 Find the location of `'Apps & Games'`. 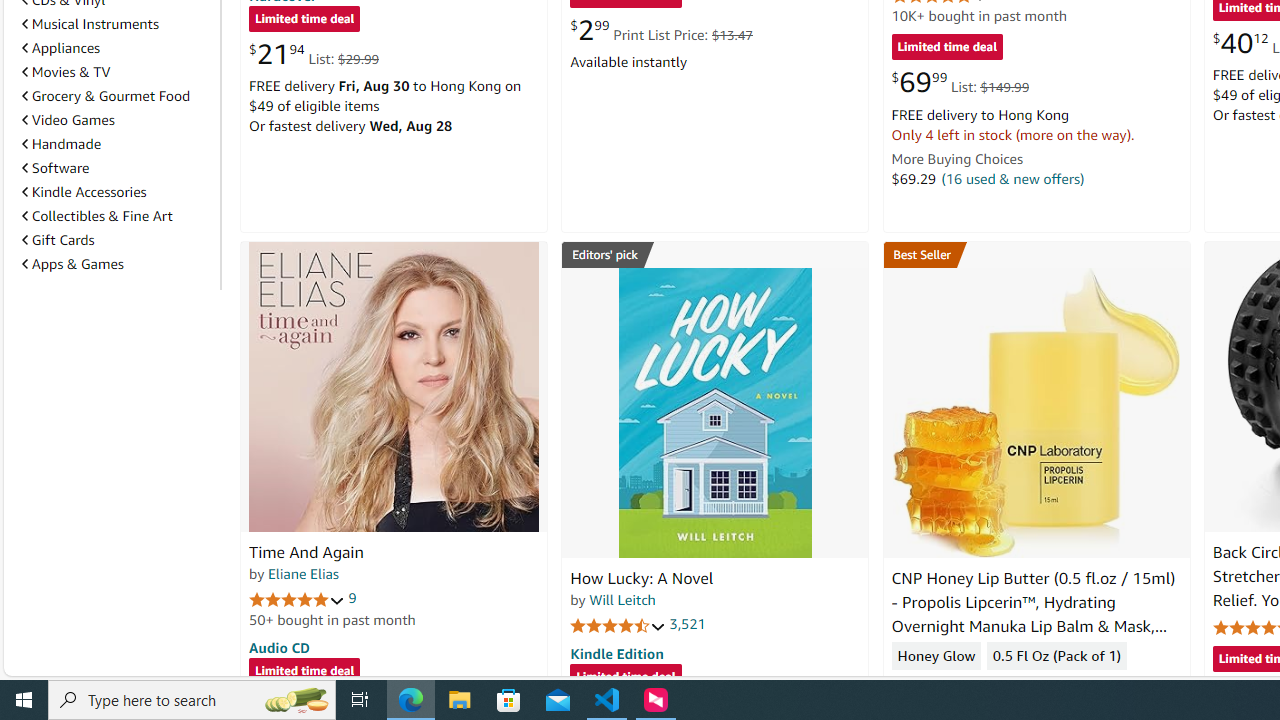

'Apps & Games' is located at coordinates (116, 263).